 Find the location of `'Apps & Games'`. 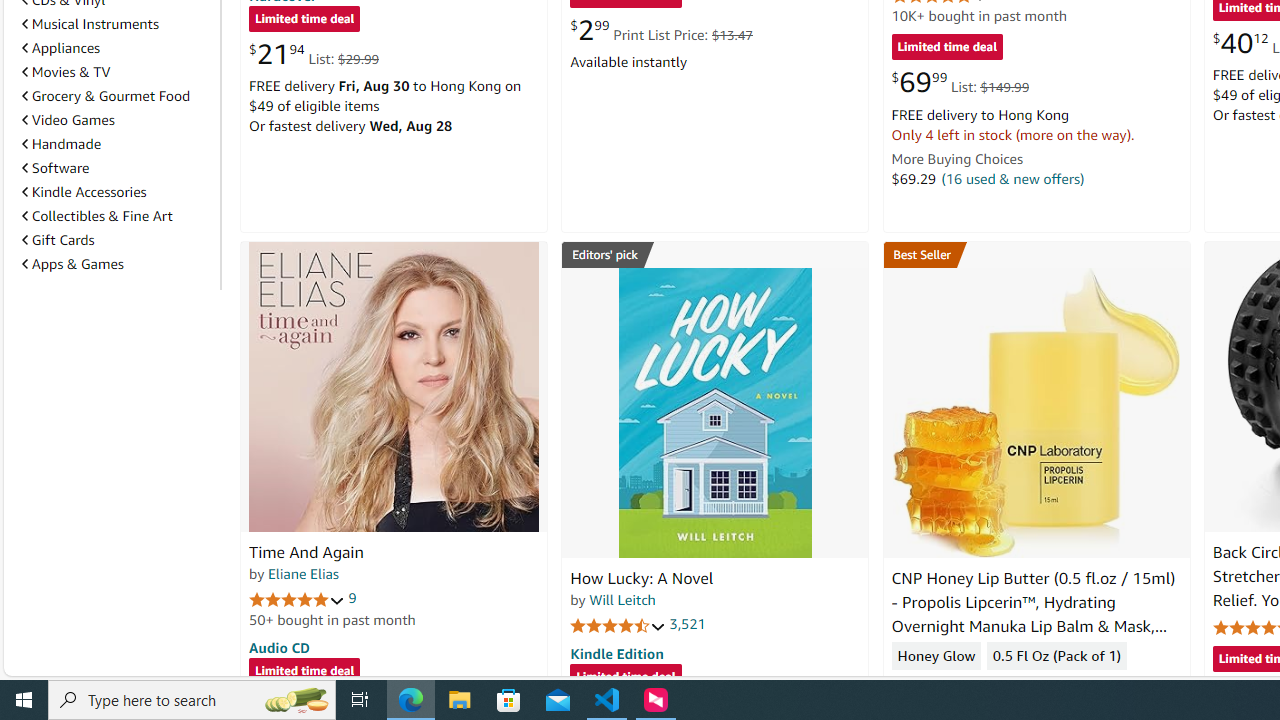

'Apps & Games' is located at coordinates (116, 263).